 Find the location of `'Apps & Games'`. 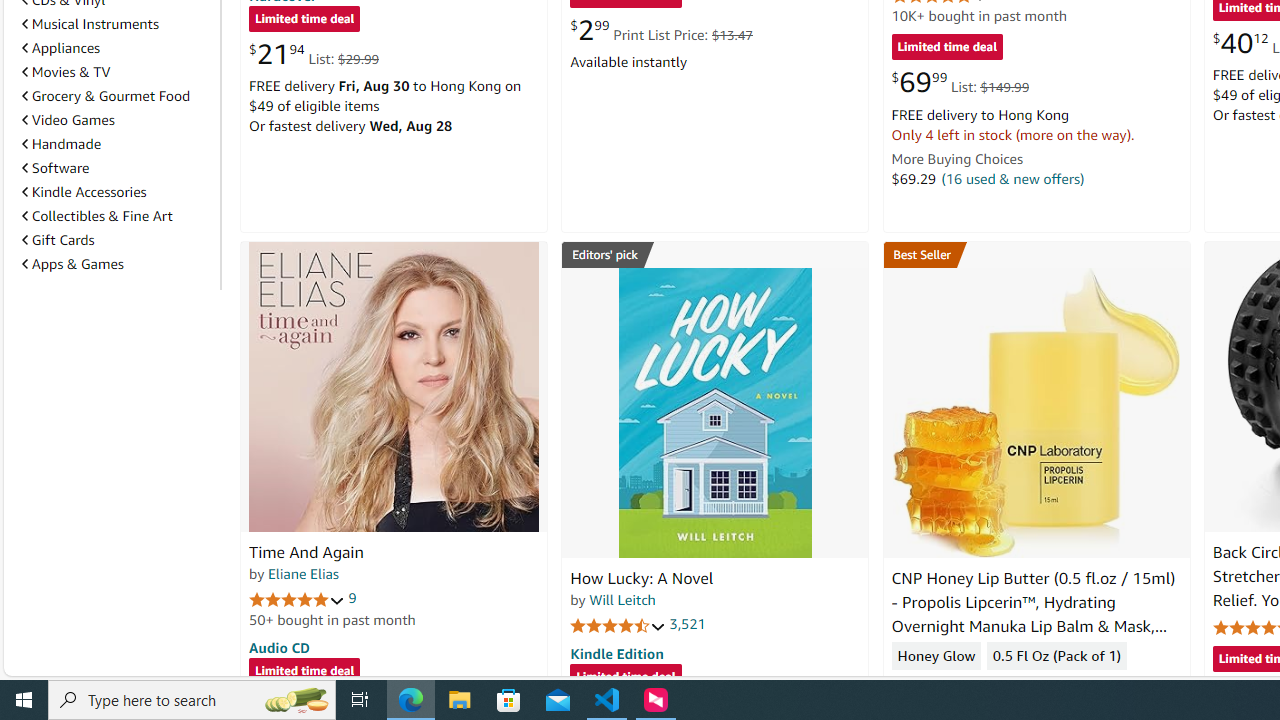

'Apps & Games' is located at coordinates (116, 263).